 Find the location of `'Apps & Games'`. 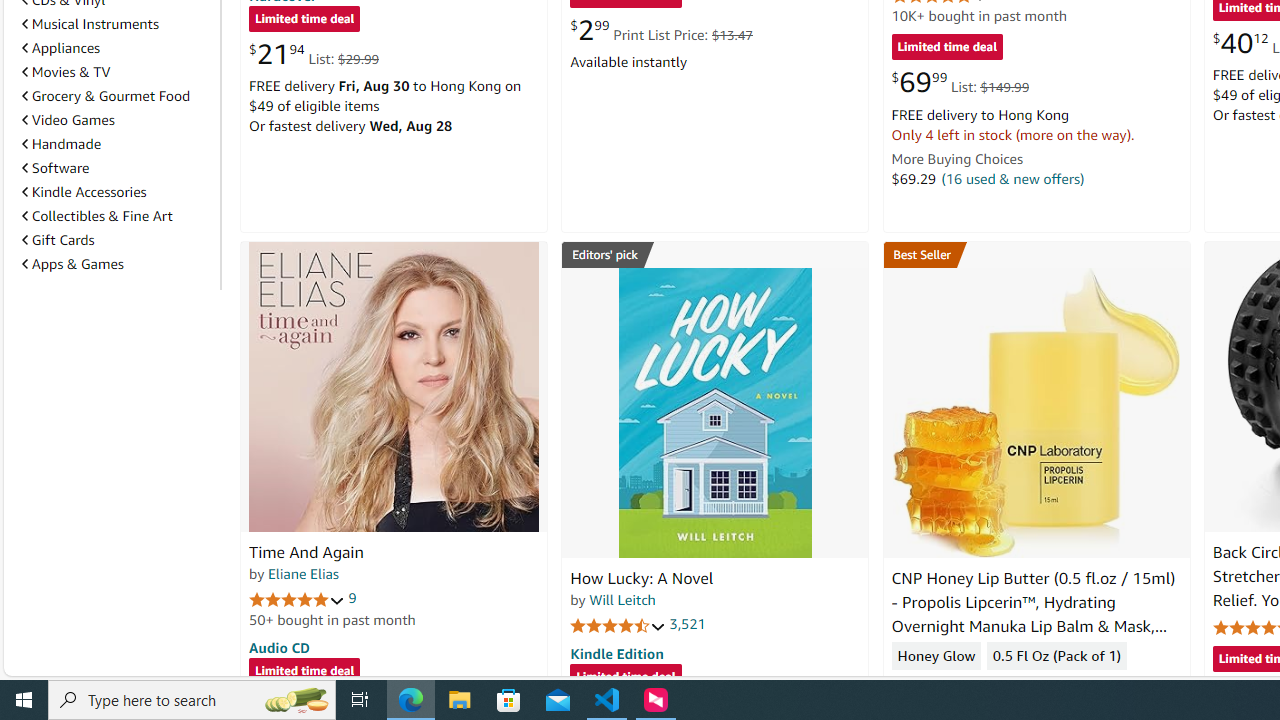

'Apps & Games' is located at coordinates (116, 263).